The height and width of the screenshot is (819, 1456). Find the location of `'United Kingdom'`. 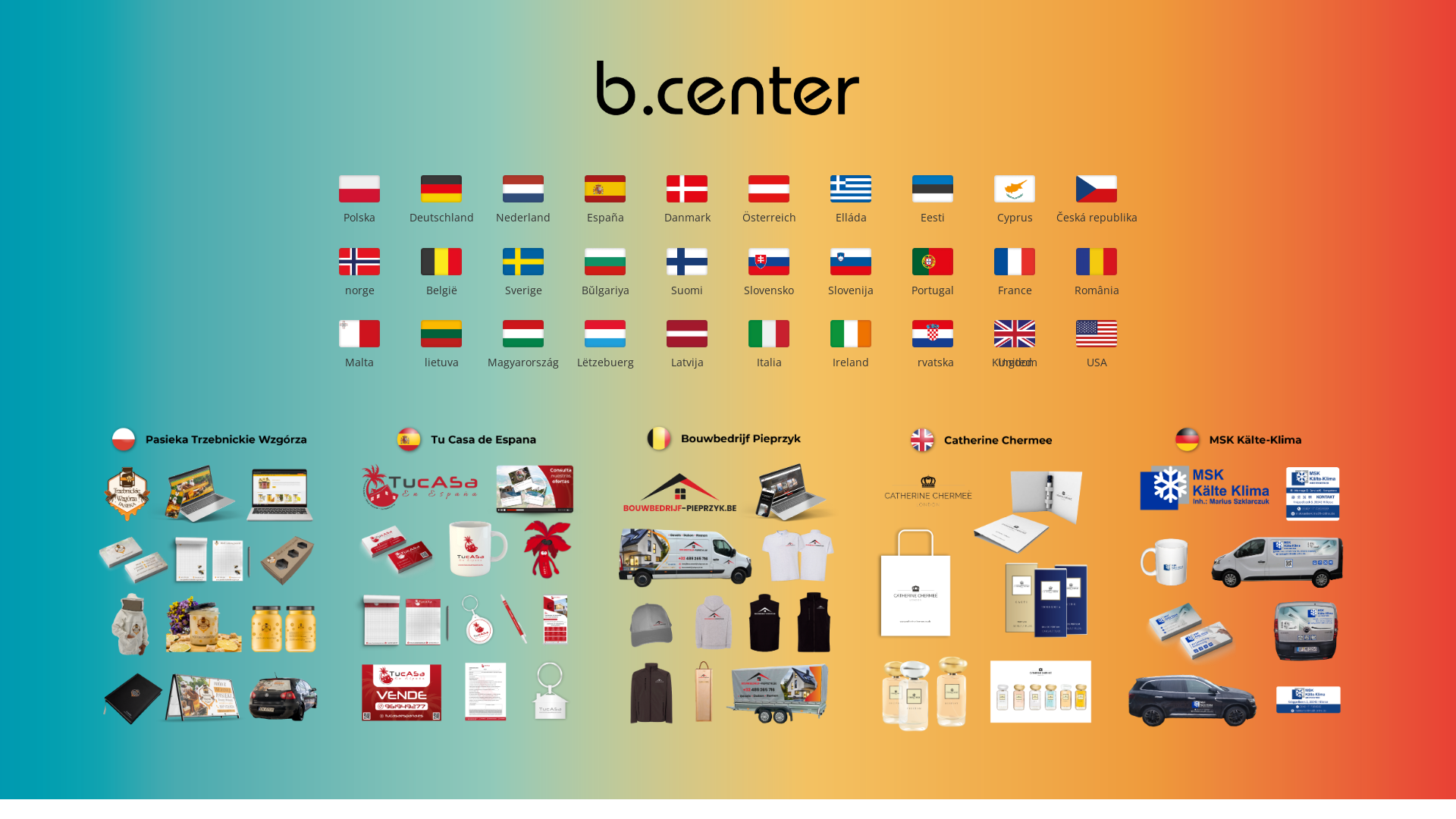

'United Kingdom' is located at coordinates (992, 362).